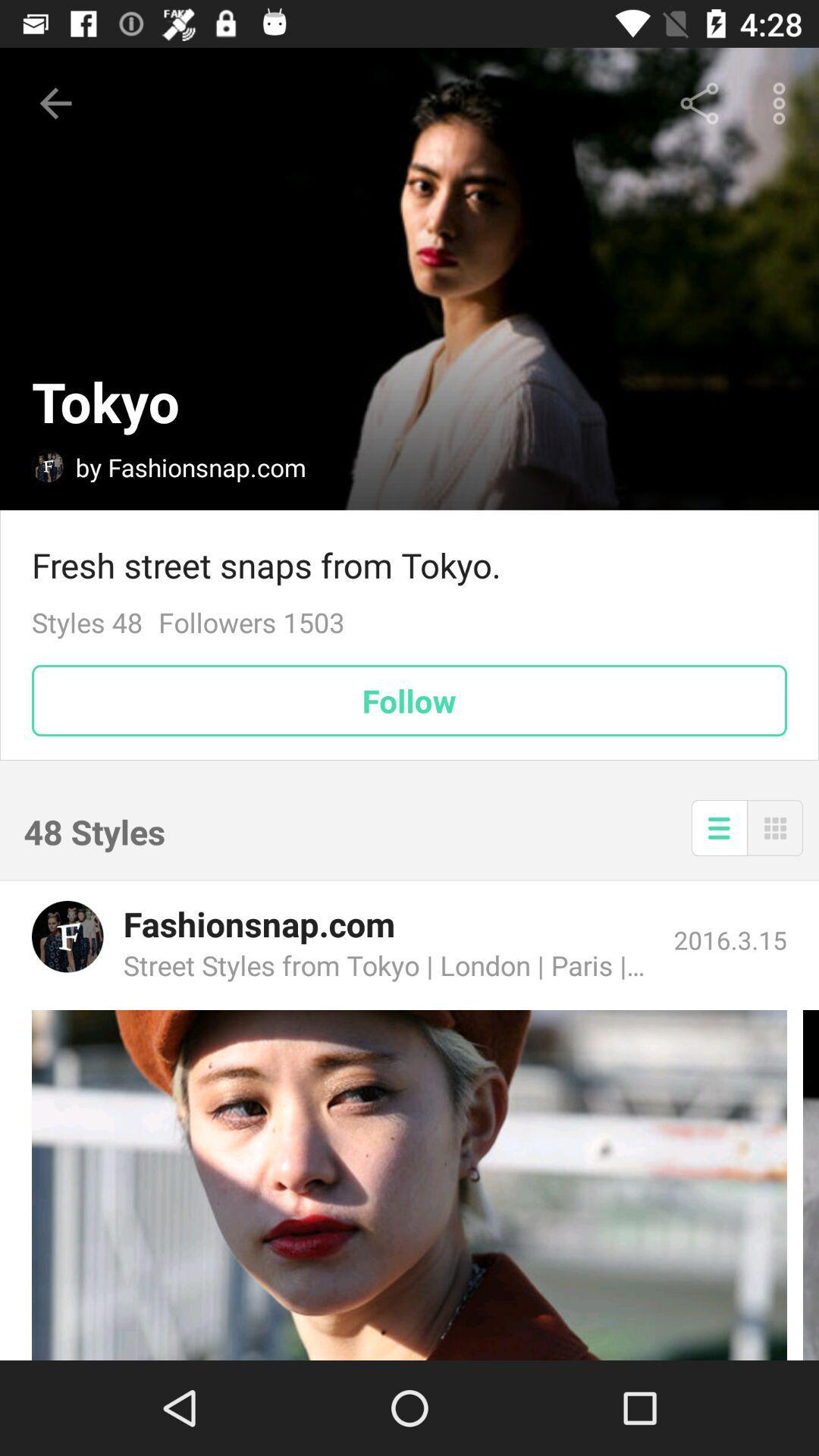 This screenshot has width=819, height=1456. Describe the element at coordinates (409, 1185) in the screenshot. I see `connect to site` at that location.